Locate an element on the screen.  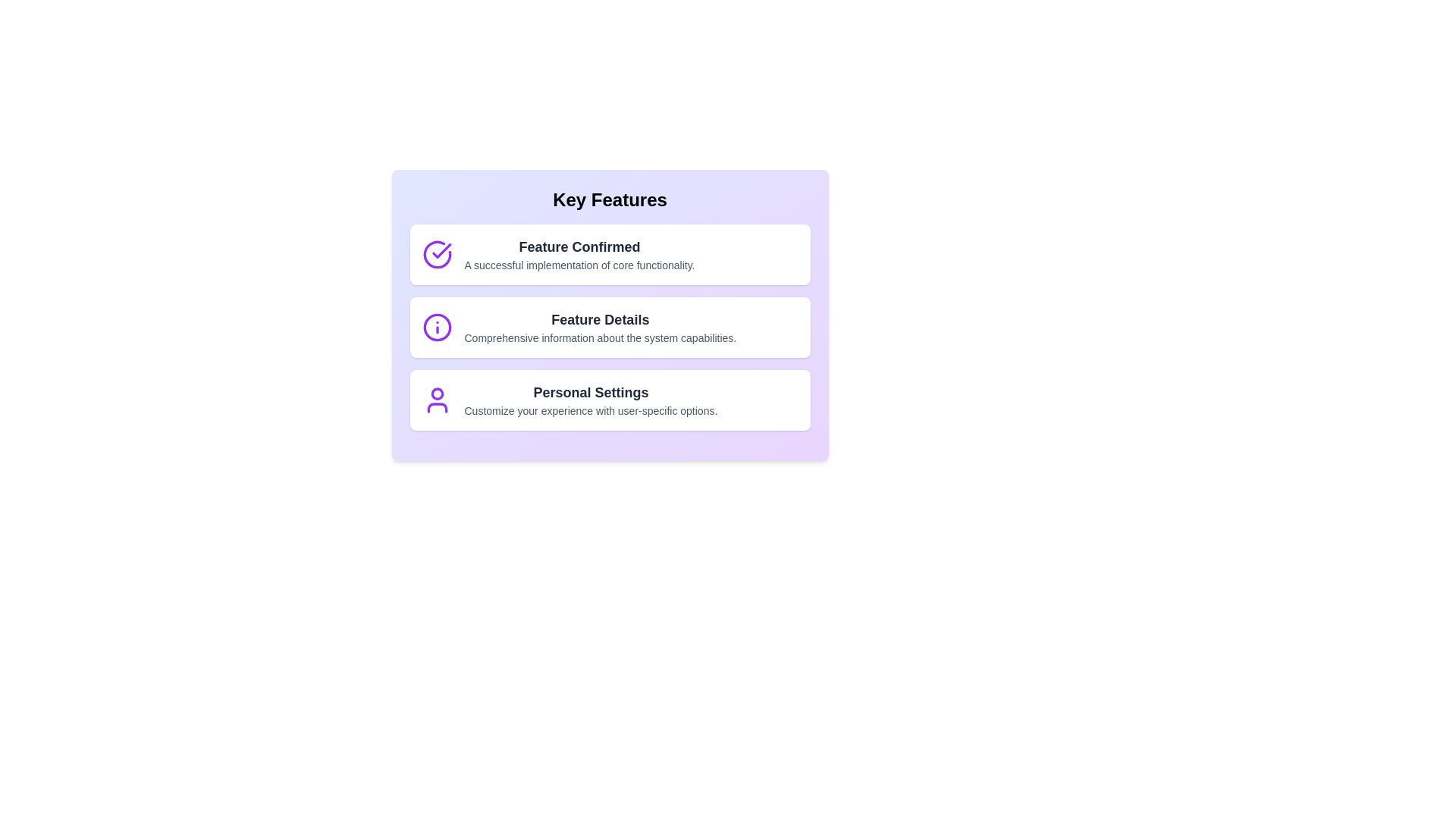
the feature item corresponding to Feature Details is located at coordinates (610, 327).